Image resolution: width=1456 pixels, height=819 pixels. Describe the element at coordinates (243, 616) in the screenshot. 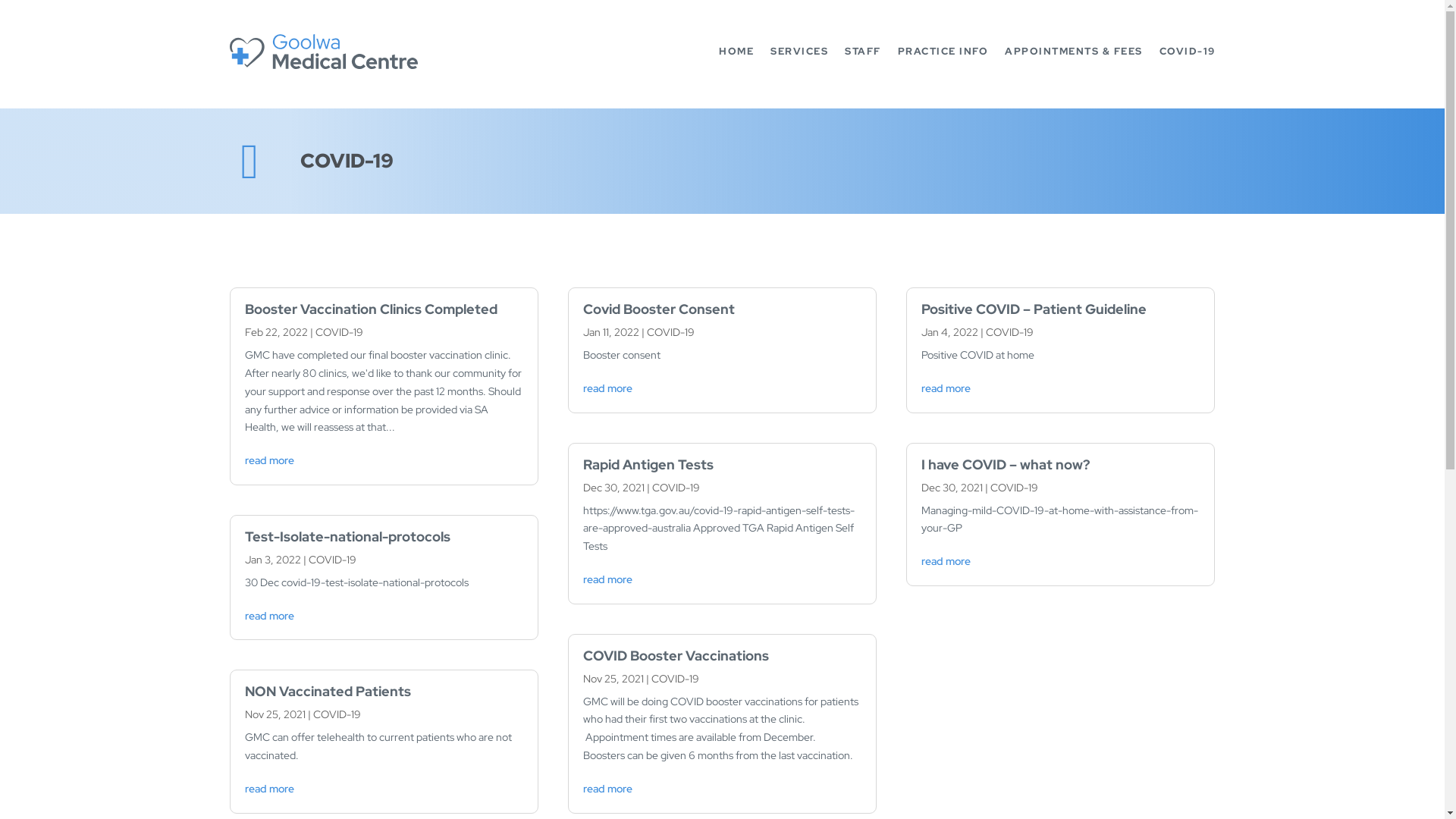

I see `'read more'` at that location.